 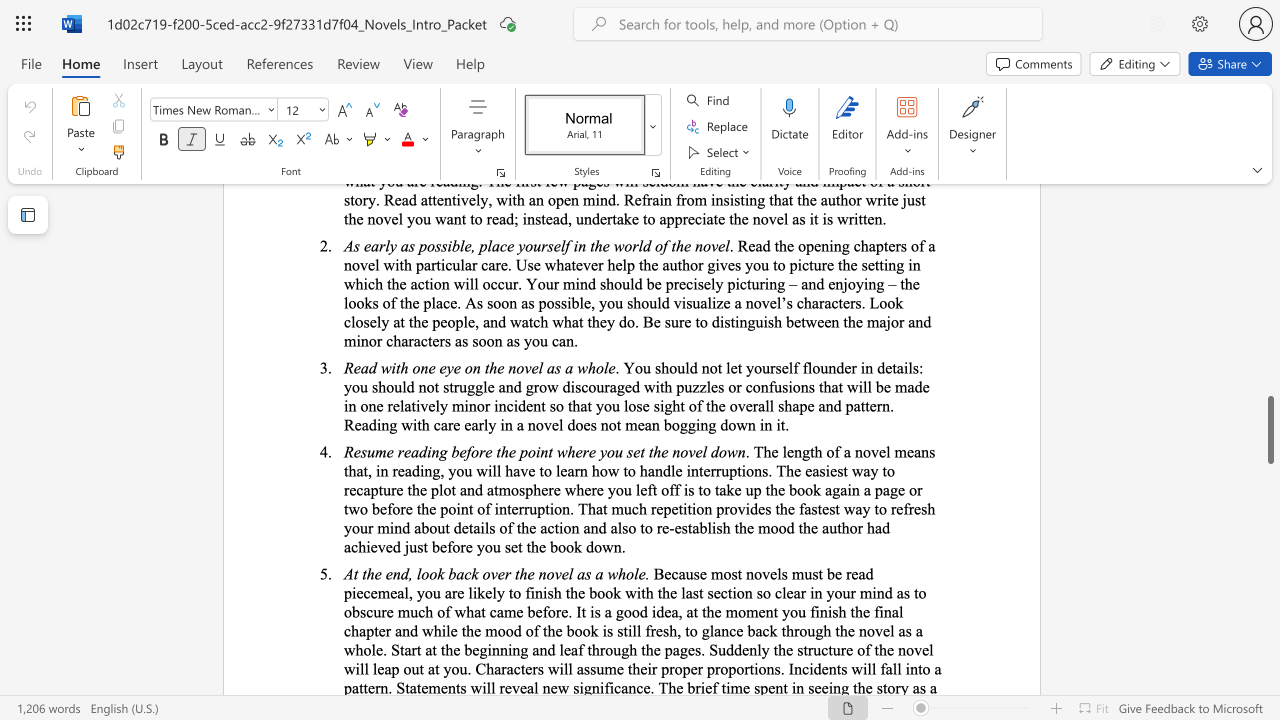 I want to click on the space between the continuous character "a" and "c" in the text, so click(x=463, y=573).